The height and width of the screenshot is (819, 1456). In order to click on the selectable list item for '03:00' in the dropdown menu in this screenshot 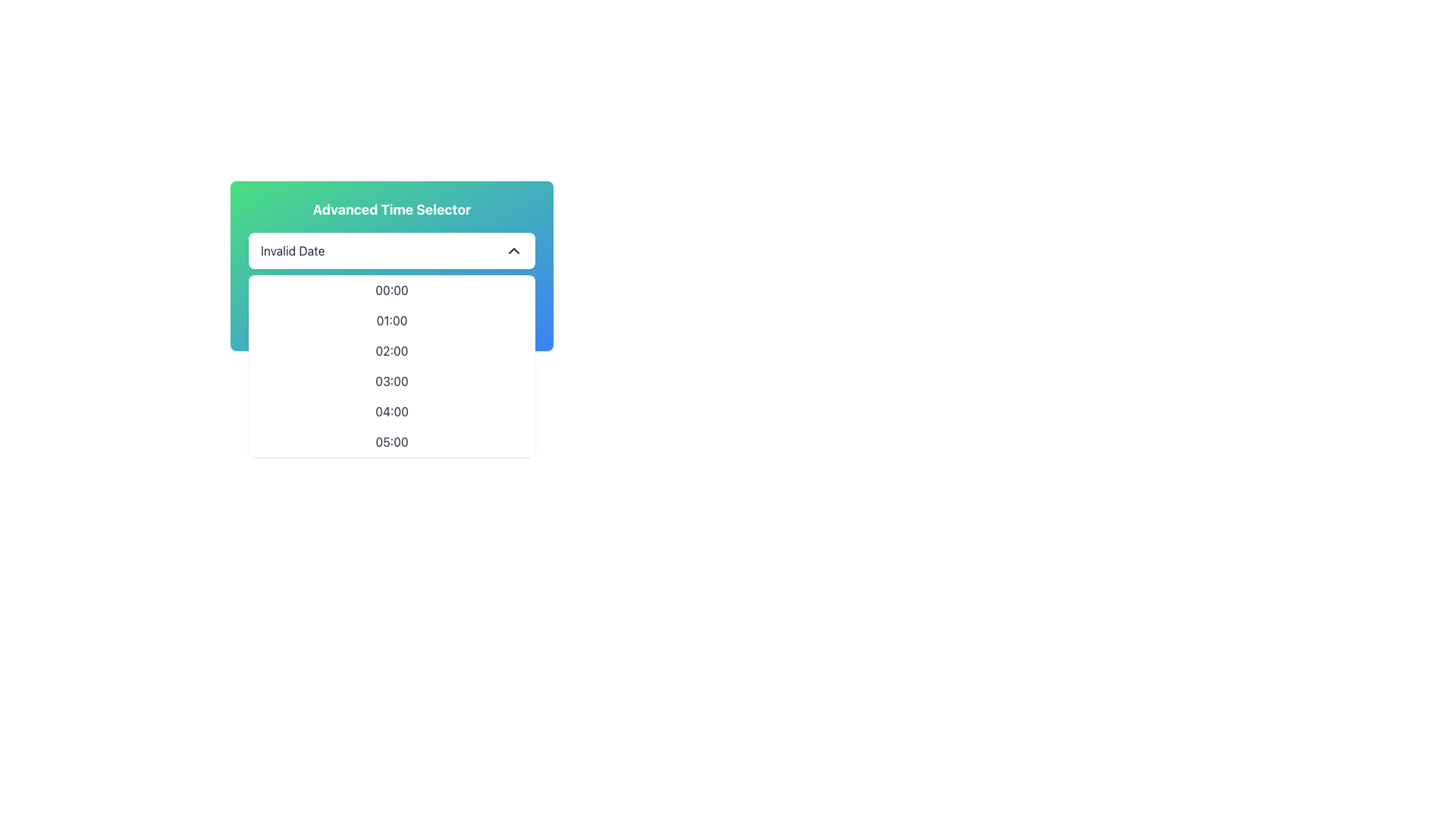, I will do `click(392, 380)`.